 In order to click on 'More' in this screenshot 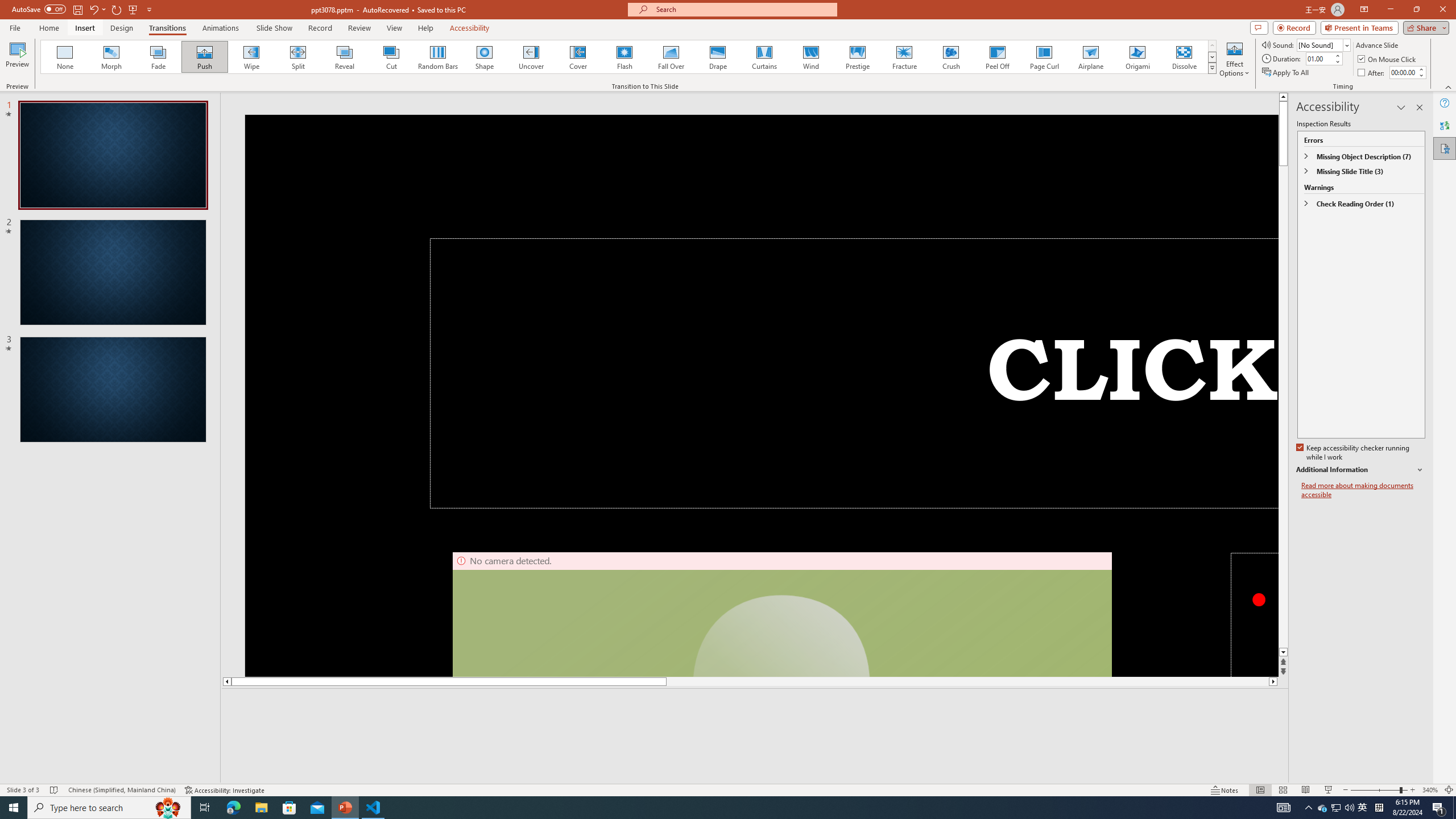, I will do `click(1421, 68)`.